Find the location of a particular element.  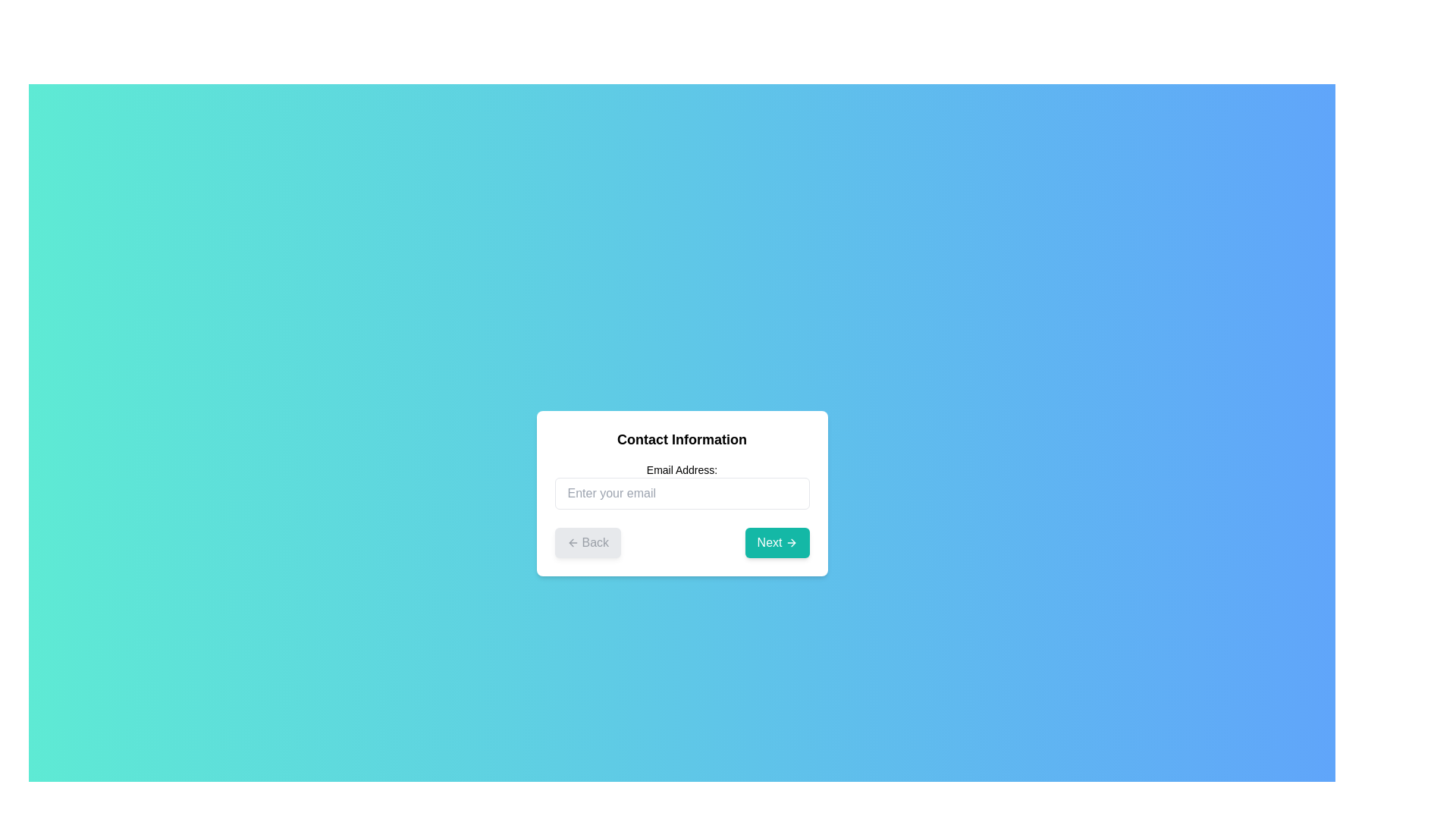

the 'Next' button which contains a small, right-facing white arrow icon on a teal background to proceed is located at coordinates (790, 542).